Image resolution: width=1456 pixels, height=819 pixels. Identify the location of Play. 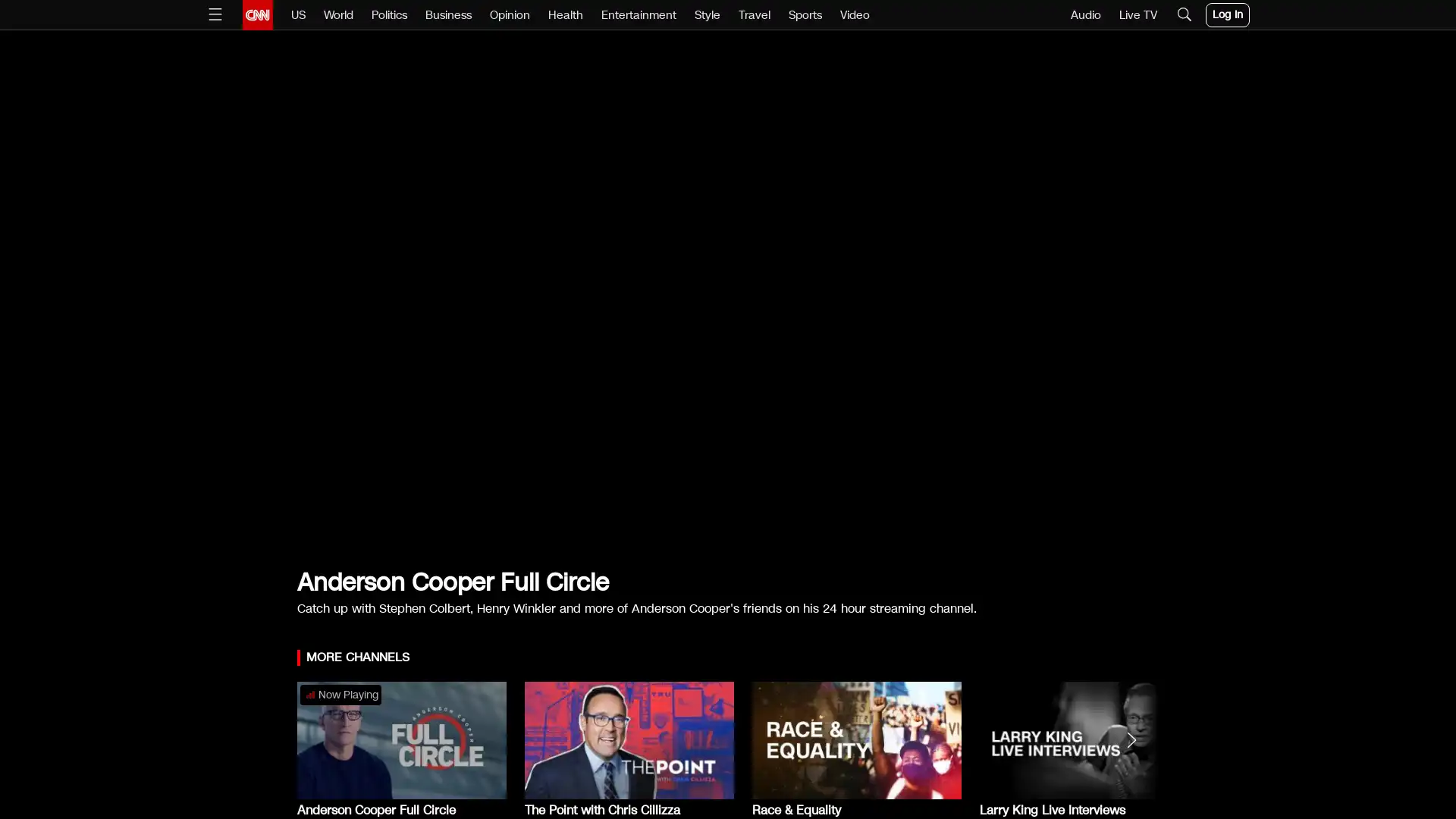
(728, 304).